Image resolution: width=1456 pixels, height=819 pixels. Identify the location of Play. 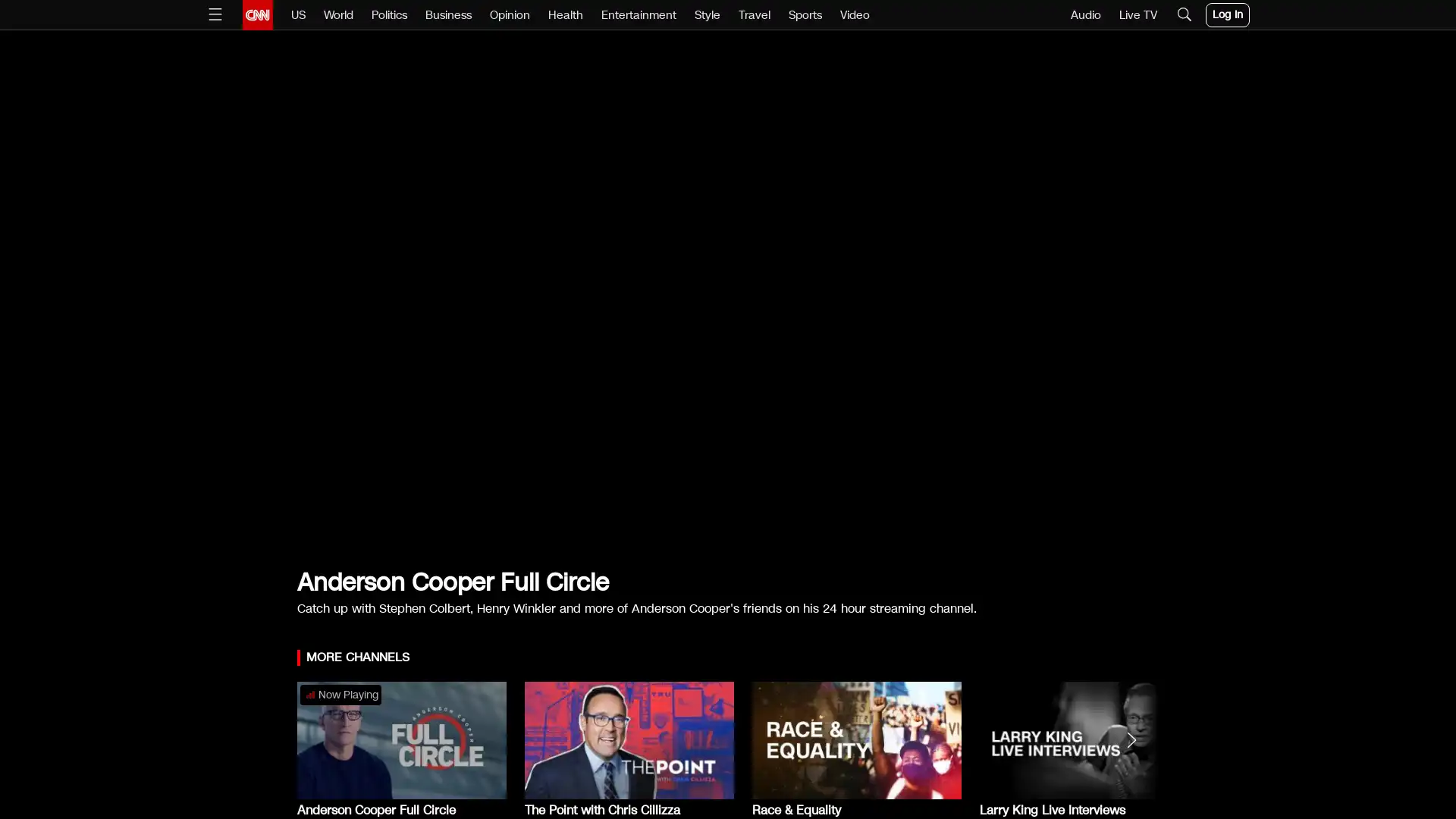
(728, 304).